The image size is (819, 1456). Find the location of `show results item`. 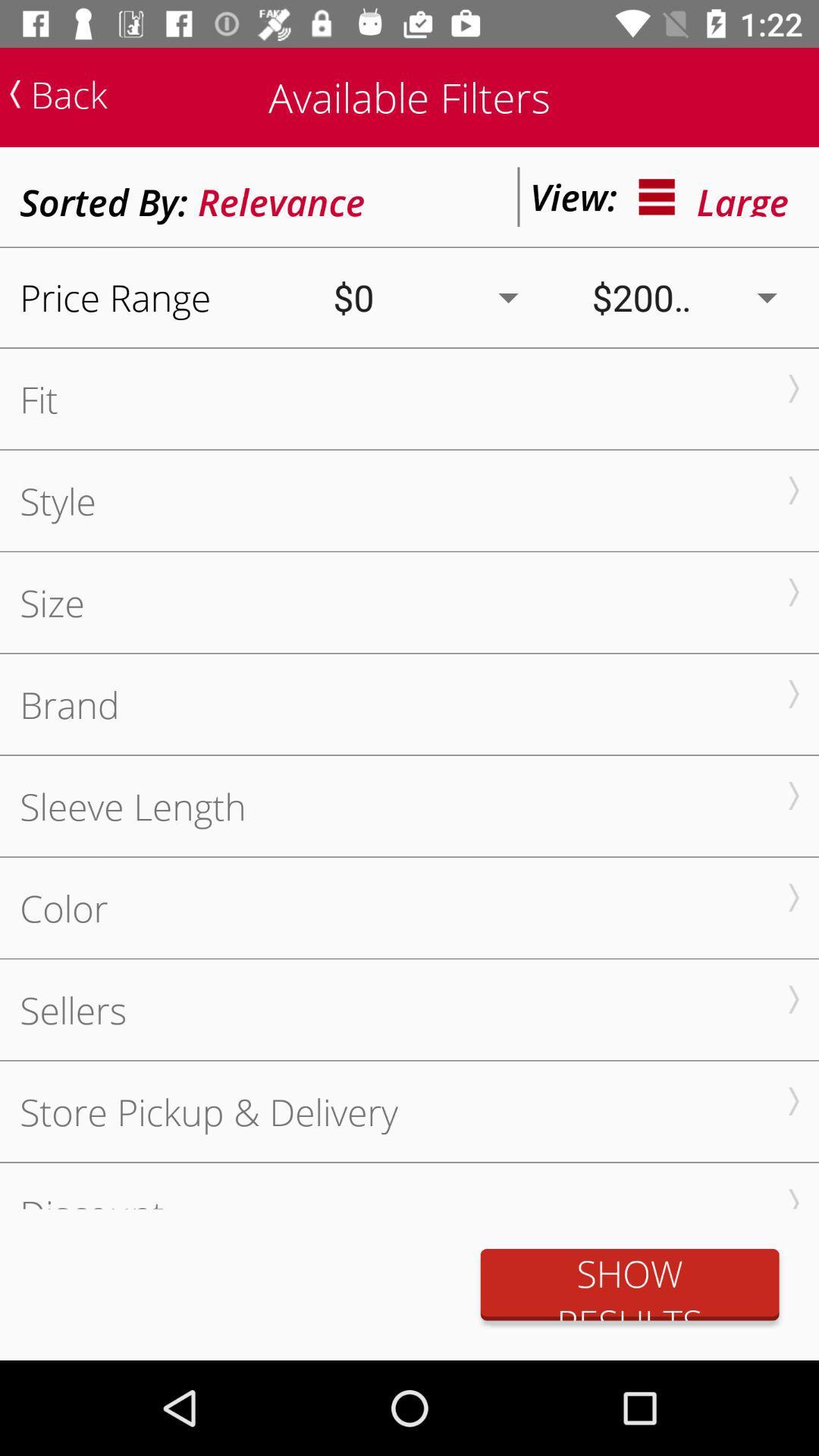

show results item is located at coordinates (629, 1284).